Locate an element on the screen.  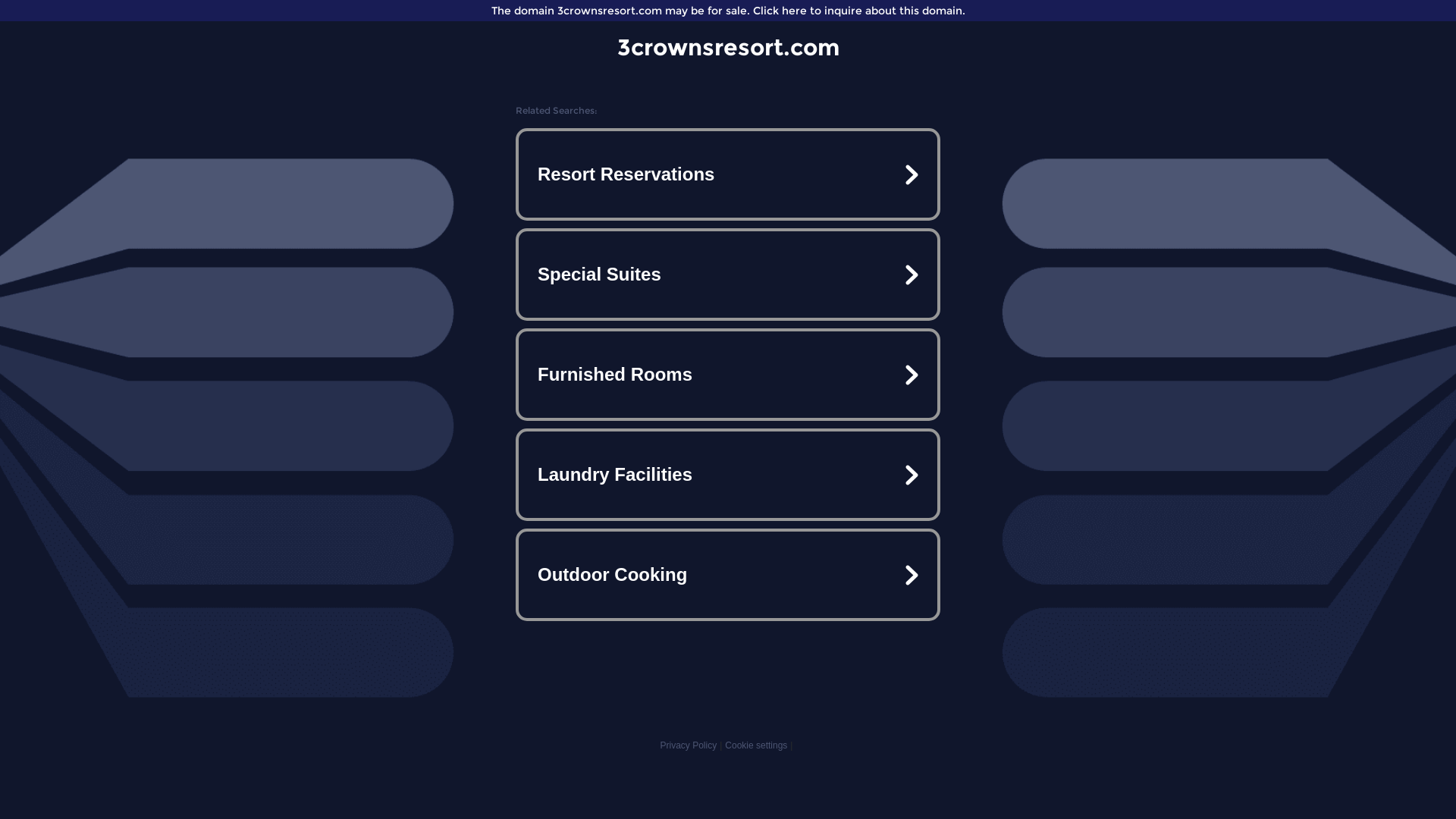
'Outdoor Cooking' is located at coordinates (728, 575).